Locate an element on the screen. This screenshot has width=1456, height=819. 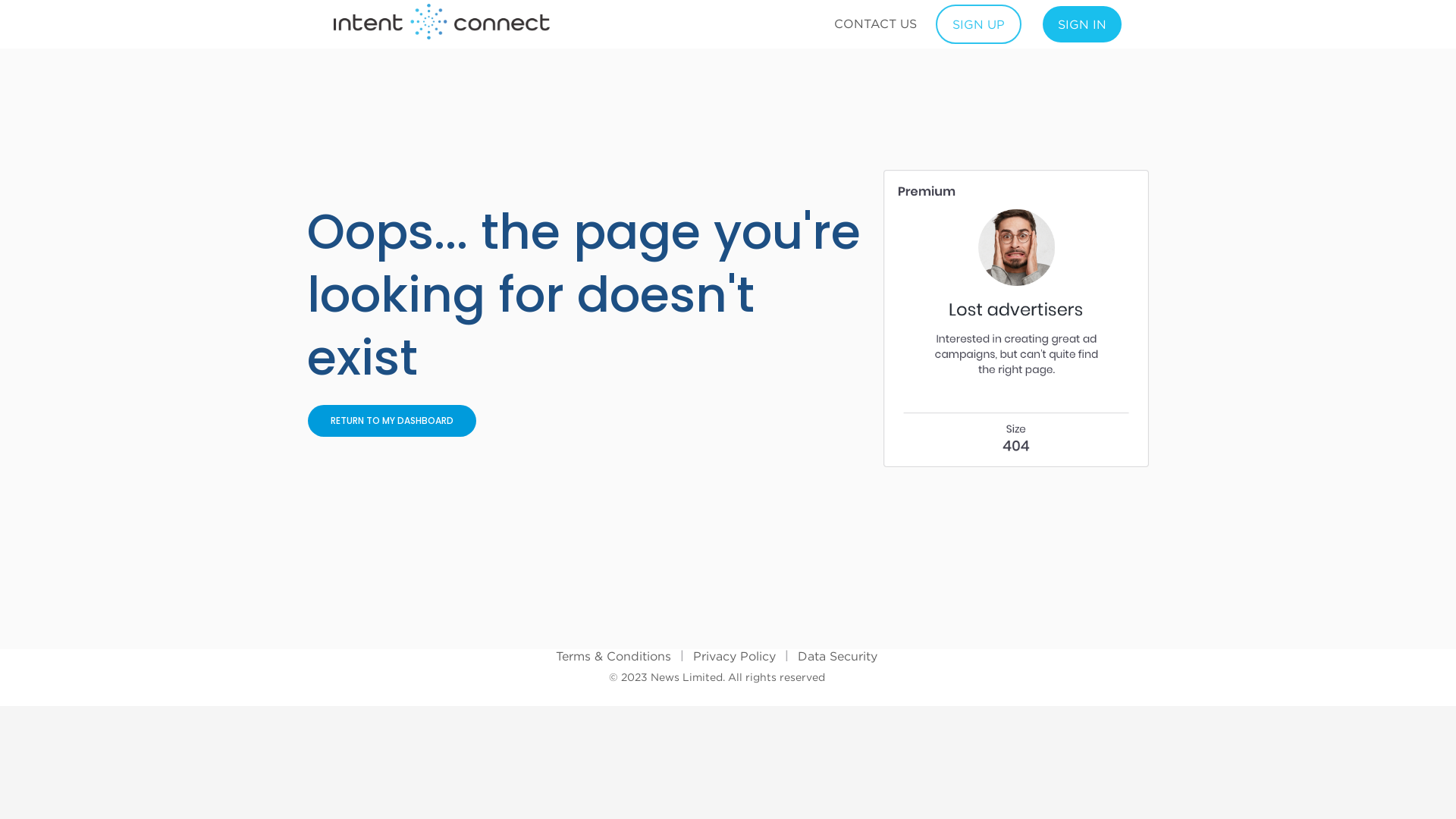
'Terms & Conditions' is located at coordinates (555, 654).